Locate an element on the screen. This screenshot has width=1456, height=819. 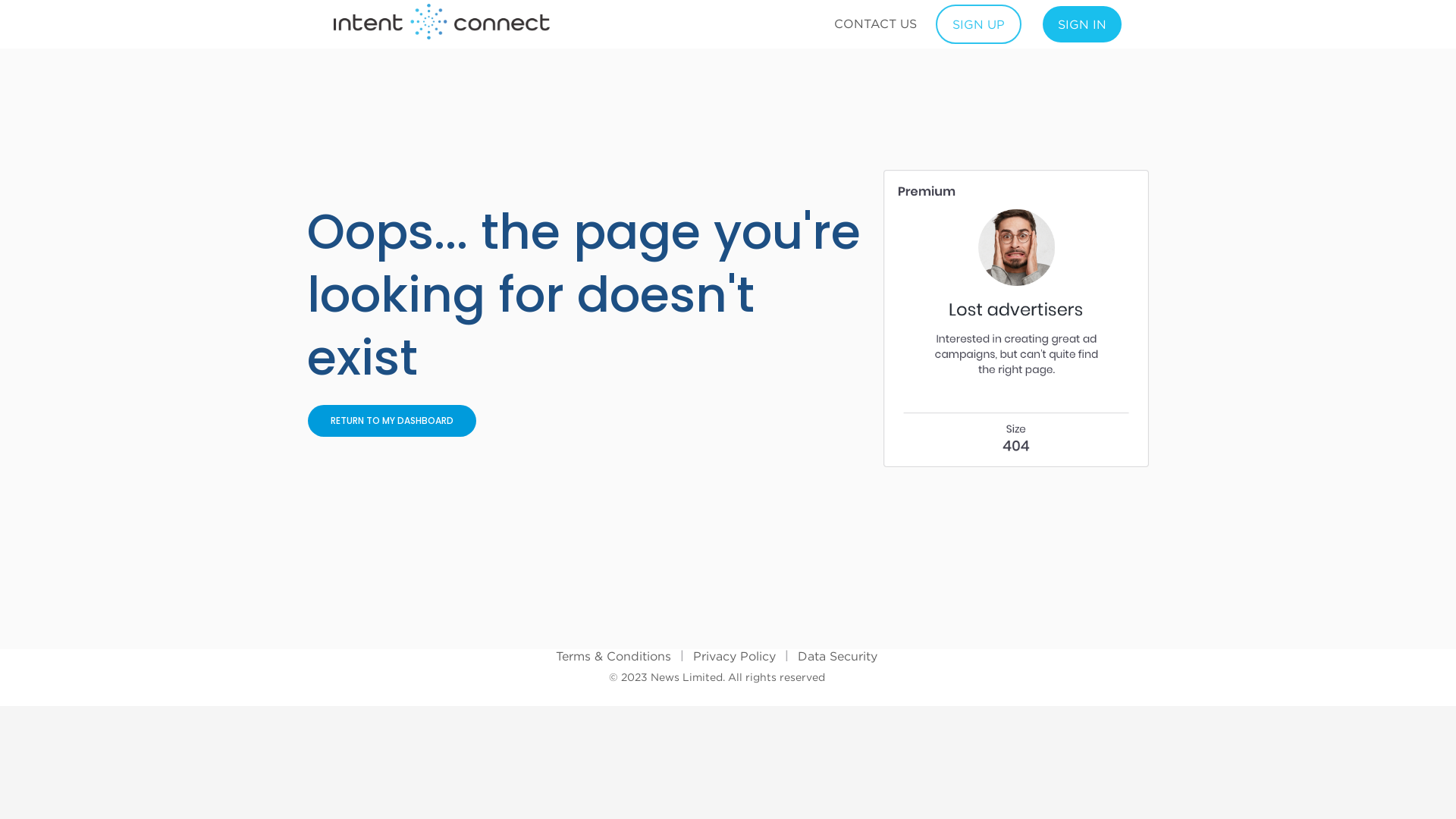
'Terms & Conditions' is located at coordinates (555, 654).